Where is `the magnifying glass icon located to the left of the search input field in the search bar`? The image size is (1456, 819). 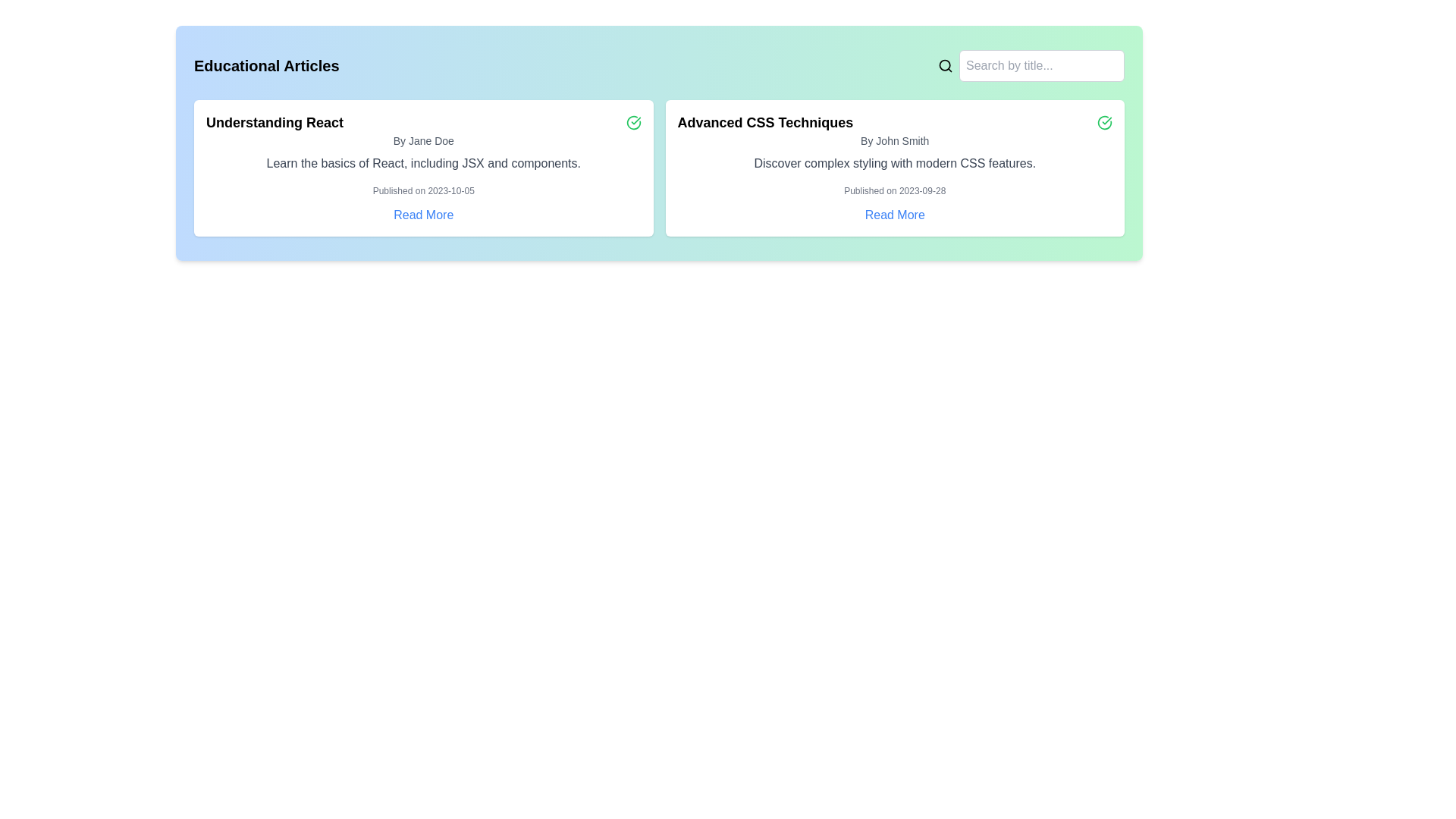 the magnifying glass icon located to the left of the search input field in the search bar is located at coordinates (945, 65).